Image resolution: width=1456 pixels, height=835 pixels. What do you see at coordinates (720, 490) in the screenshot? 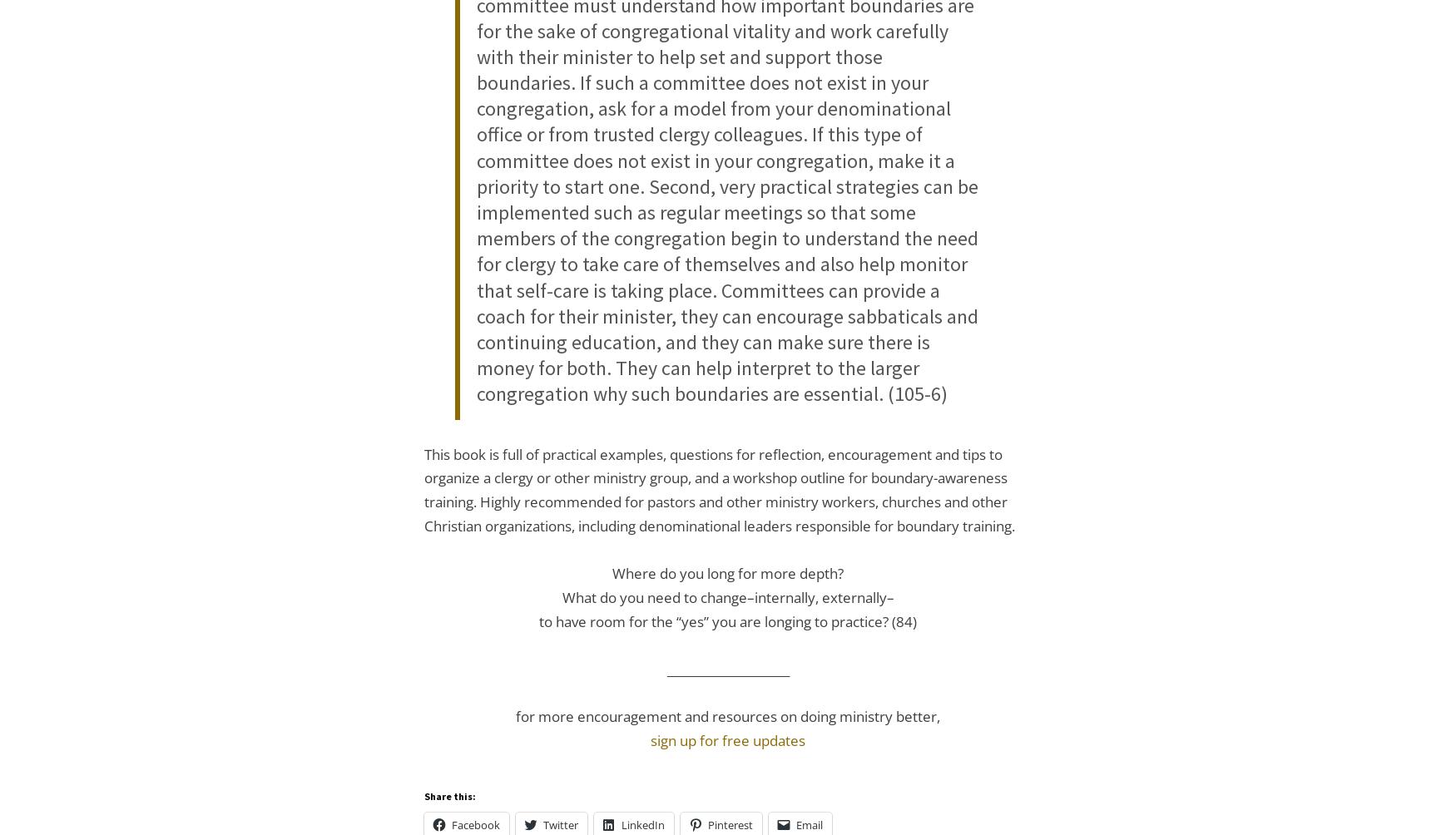
I see `'This book is full of practical examples, questions for reflection, encouragement and tips to organize a clergy or other ministry group, and a workshop outline for boundary-awareness training. Highly recommended for pastors and other ministry workers, churches and other Christian organizations, including denominational leaders responsible for boundary training.'` at bounding box center [720, 490].